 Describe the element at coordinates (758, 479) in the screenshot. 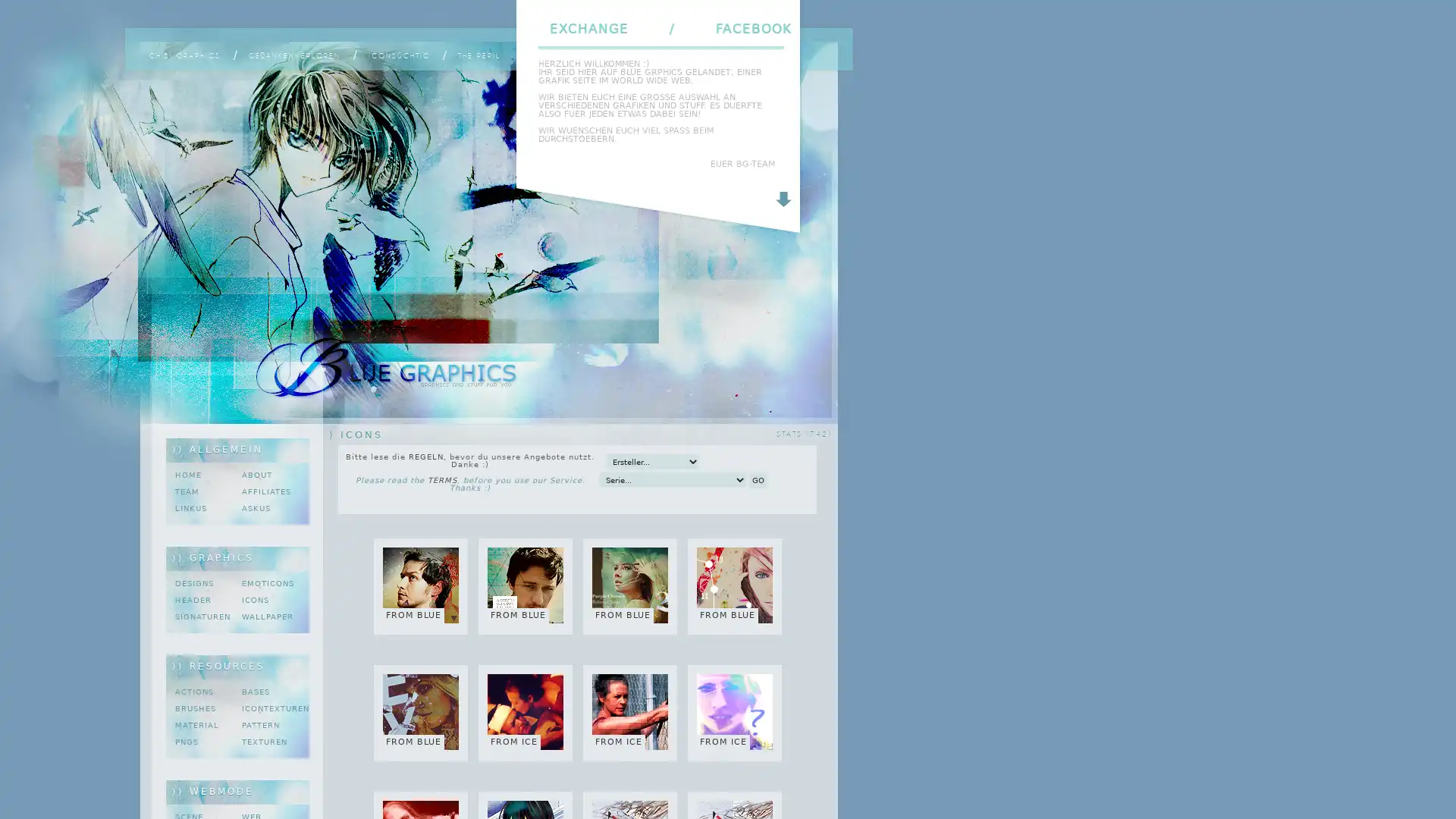

I see `GO` at that location.